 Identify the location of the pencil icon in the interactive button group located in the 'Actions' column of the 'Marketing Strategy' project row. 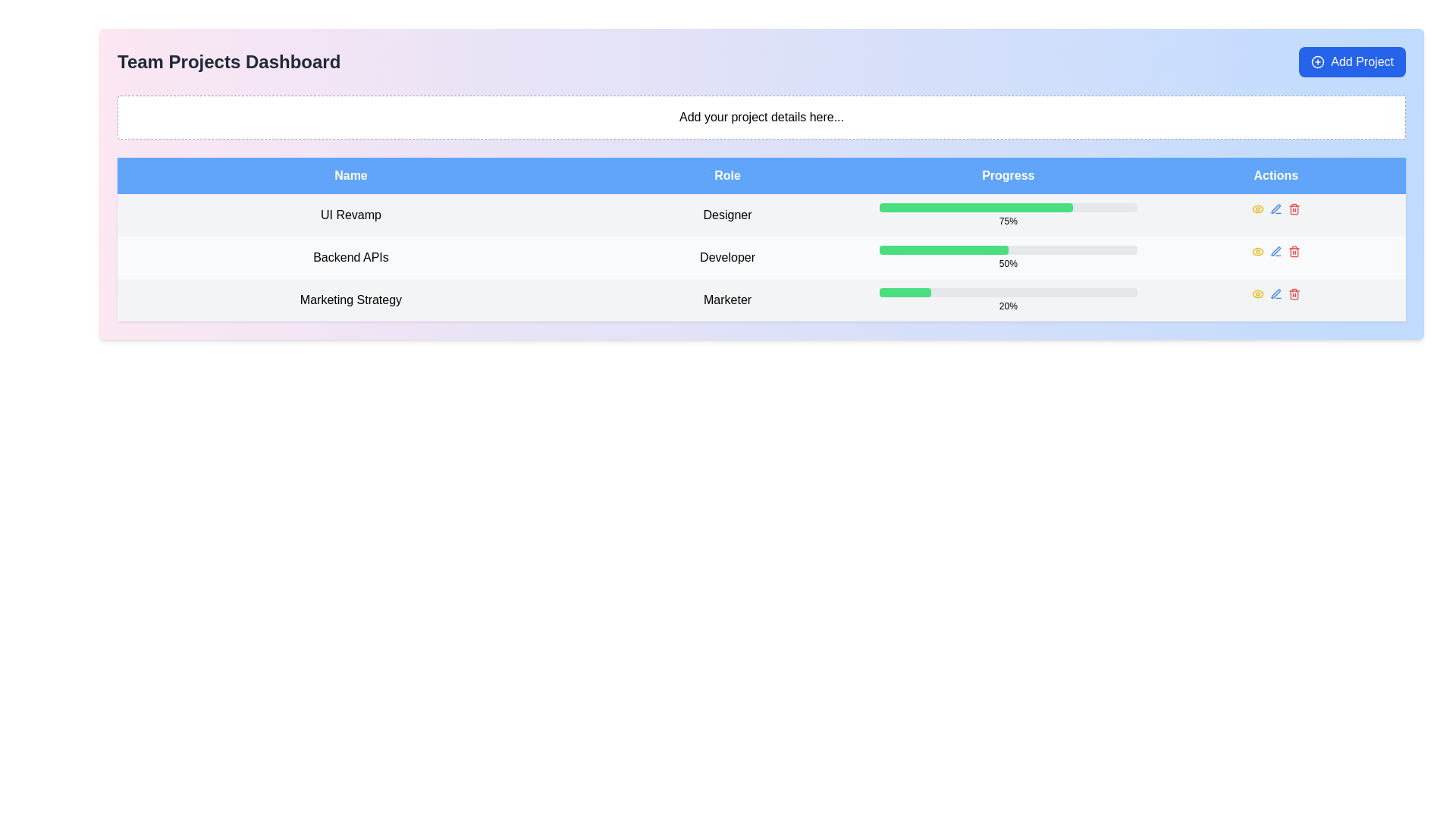
(1275, 294).